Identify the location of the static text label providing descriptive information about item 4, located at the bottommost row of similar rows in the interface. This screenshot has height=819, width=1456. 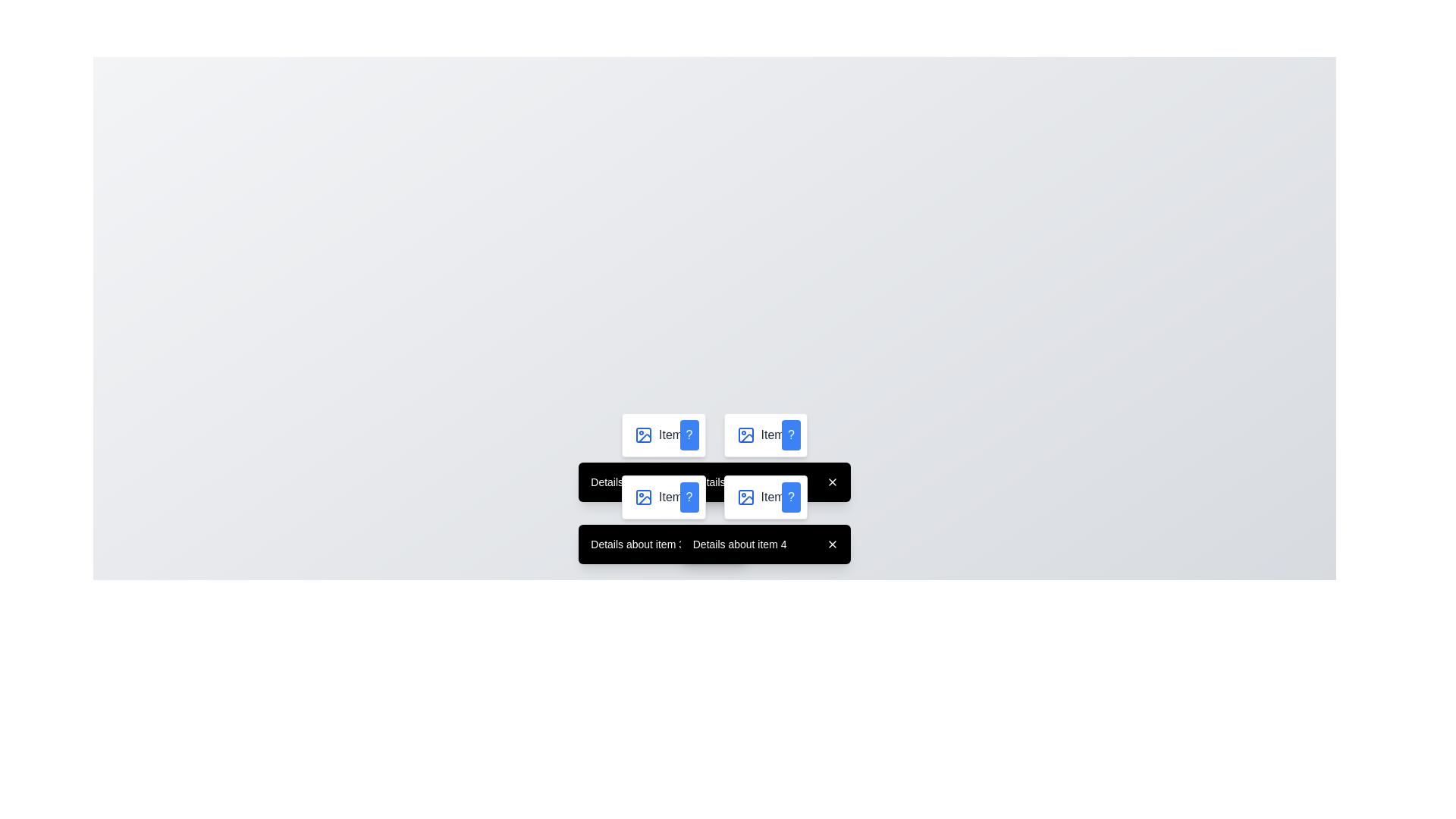
(739, 543).